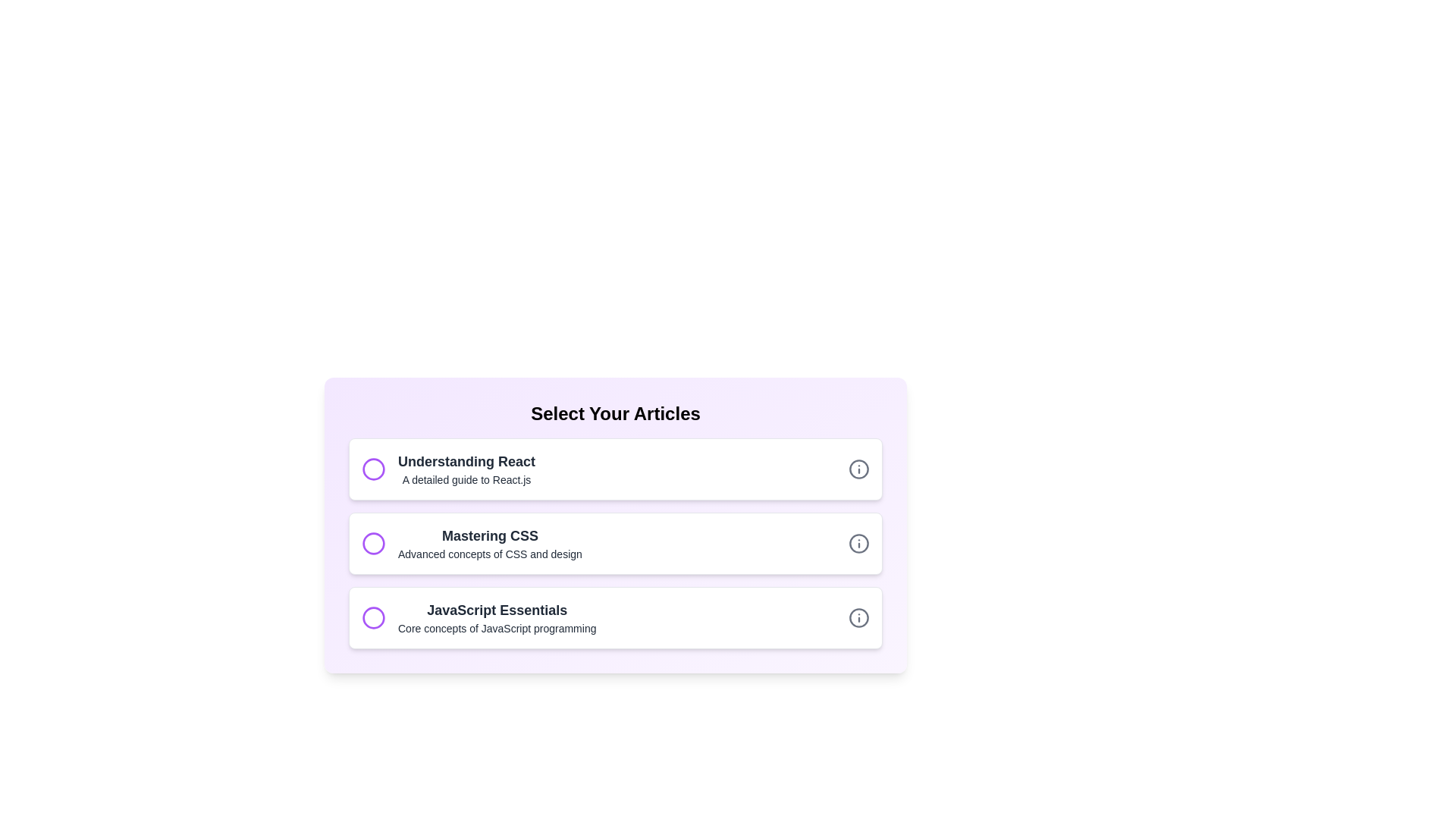 The image size is (1456, 819). What do you see at coordinates (858, 468) in the screenshot?
I see `the info icon for the article titled 'Understanding React'` at bounding box center [858, 468].